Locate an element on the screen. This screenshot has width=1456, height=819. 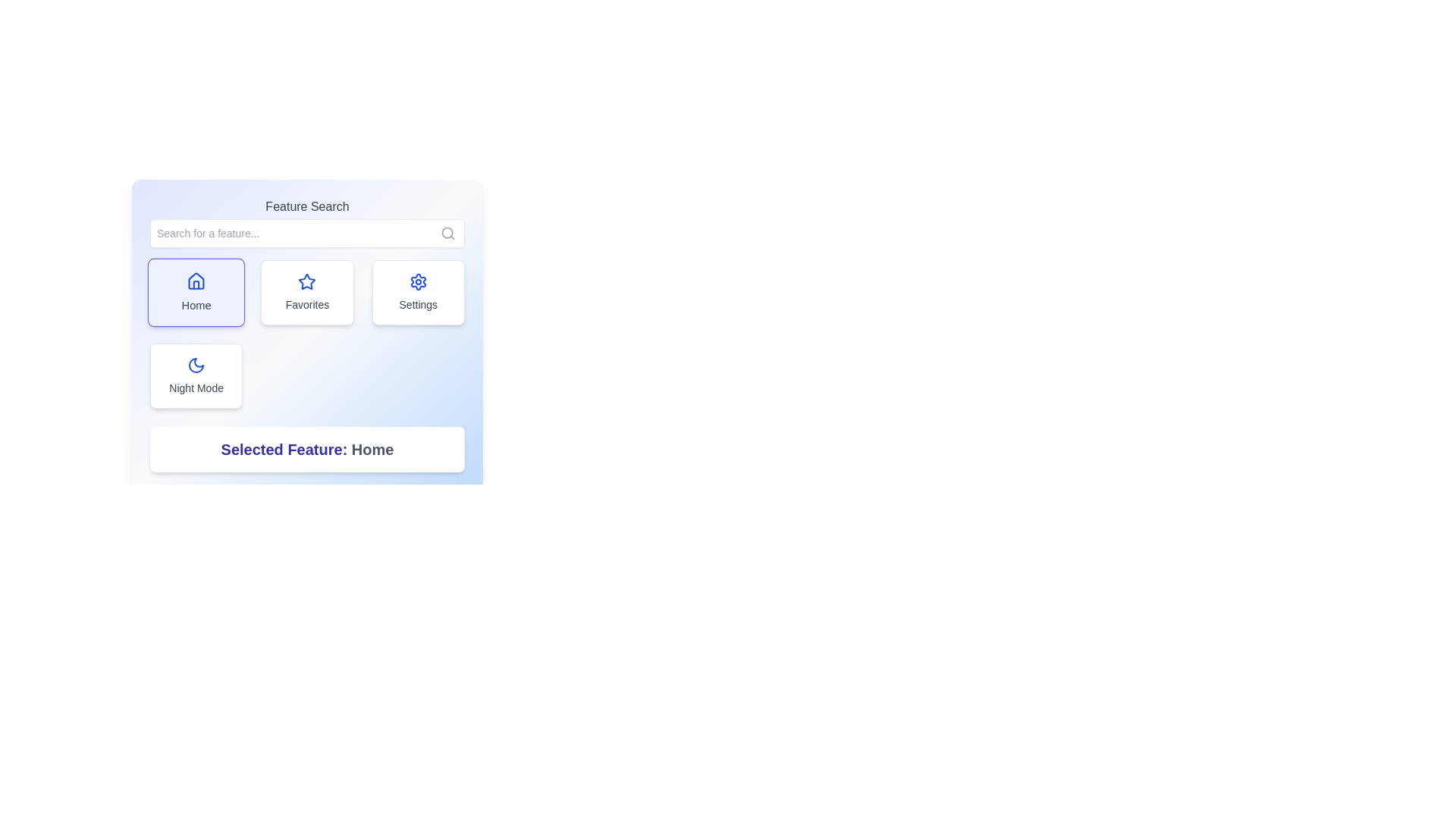
the search input field located at the top of the 'Feature Search' group is located at coordinates (306, 234).